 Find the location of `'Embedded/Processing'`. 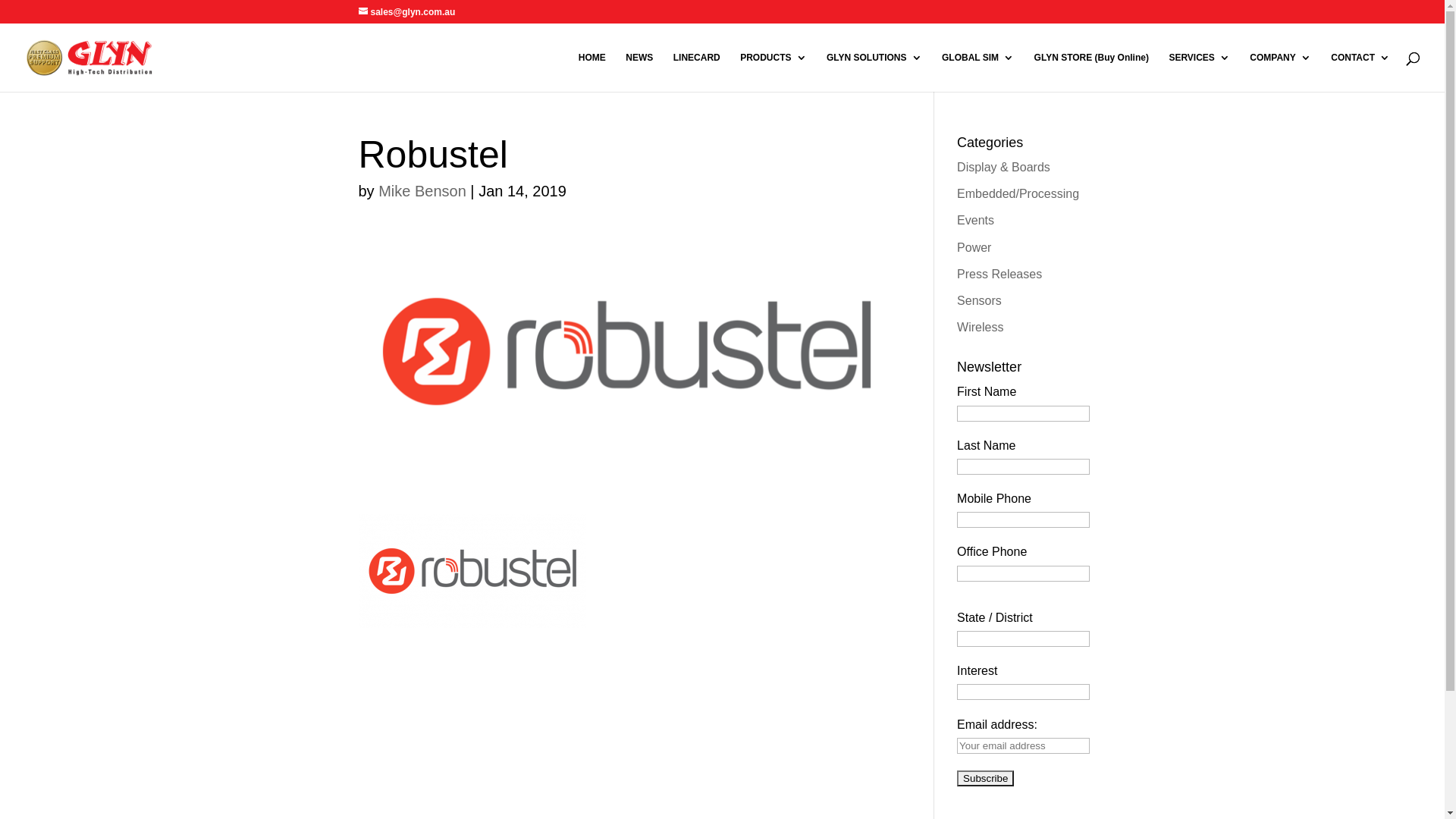

'Embedded/Processing' is located at coordinates (956, 193).